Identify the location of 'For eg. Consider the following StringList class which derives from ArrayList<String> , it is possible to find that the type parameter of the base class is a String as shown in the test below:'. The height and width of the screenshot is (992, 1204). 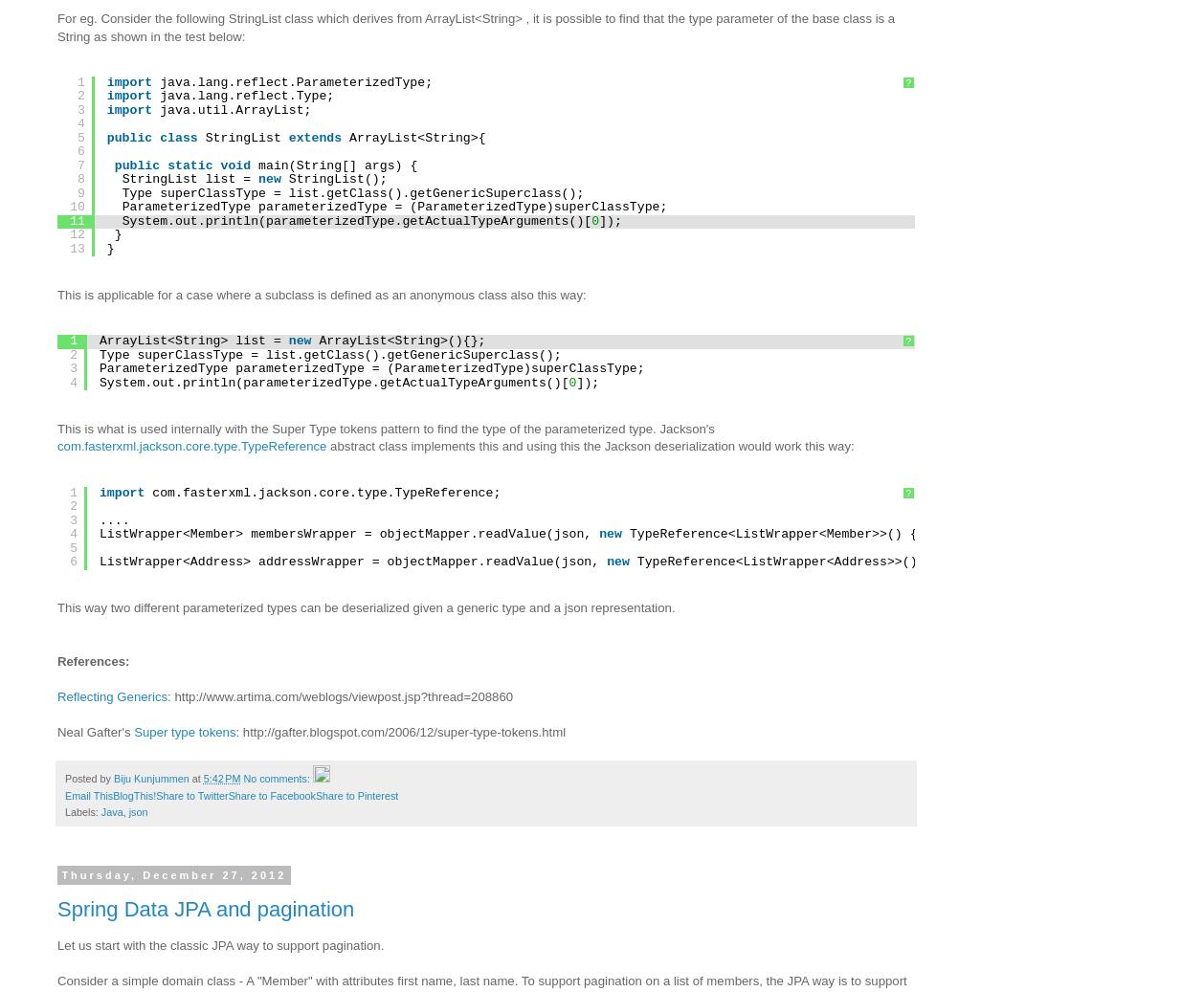
(57, 26).